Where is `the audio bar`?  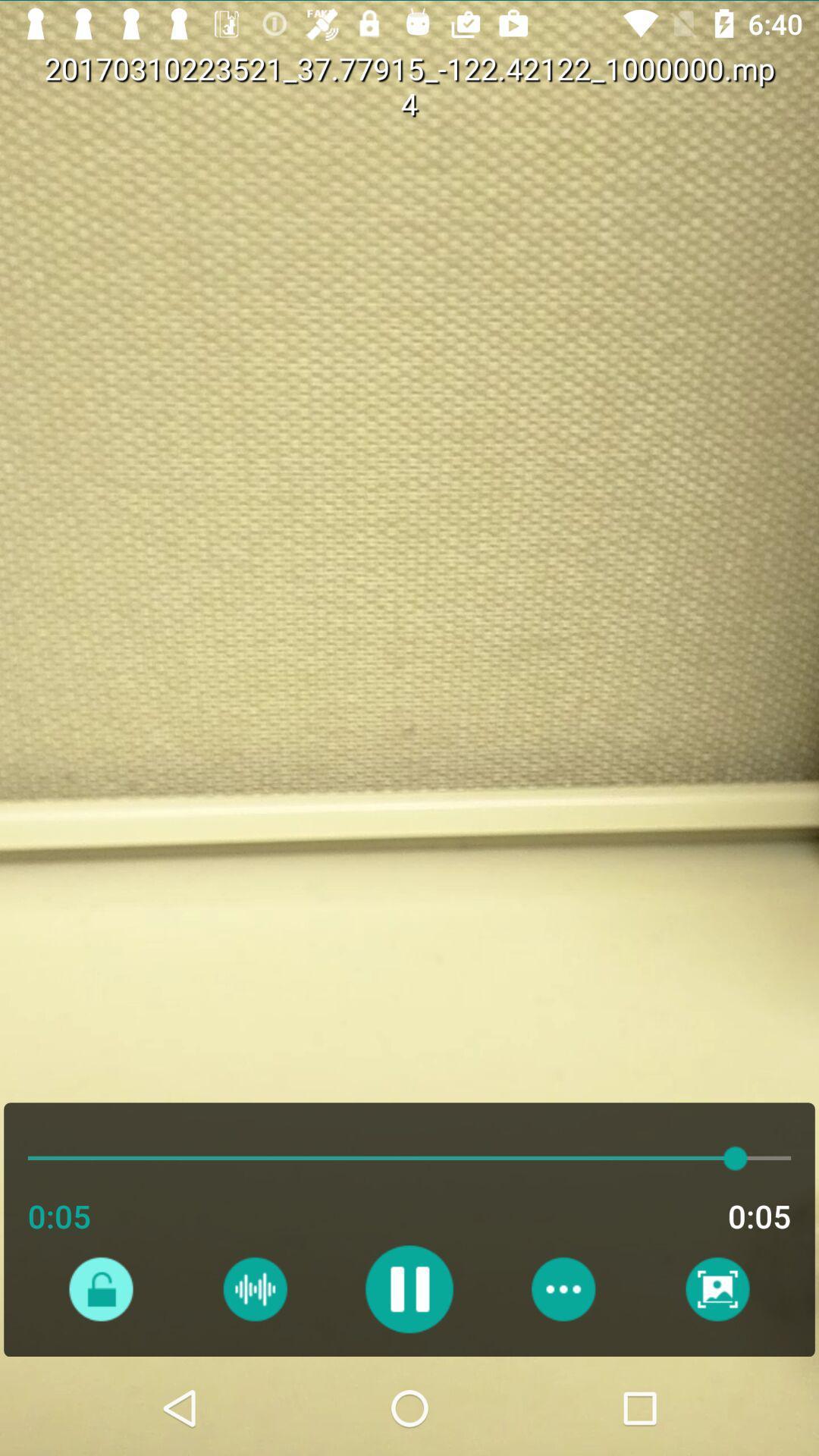
the audio bar is located at coordinates (133, 1090).